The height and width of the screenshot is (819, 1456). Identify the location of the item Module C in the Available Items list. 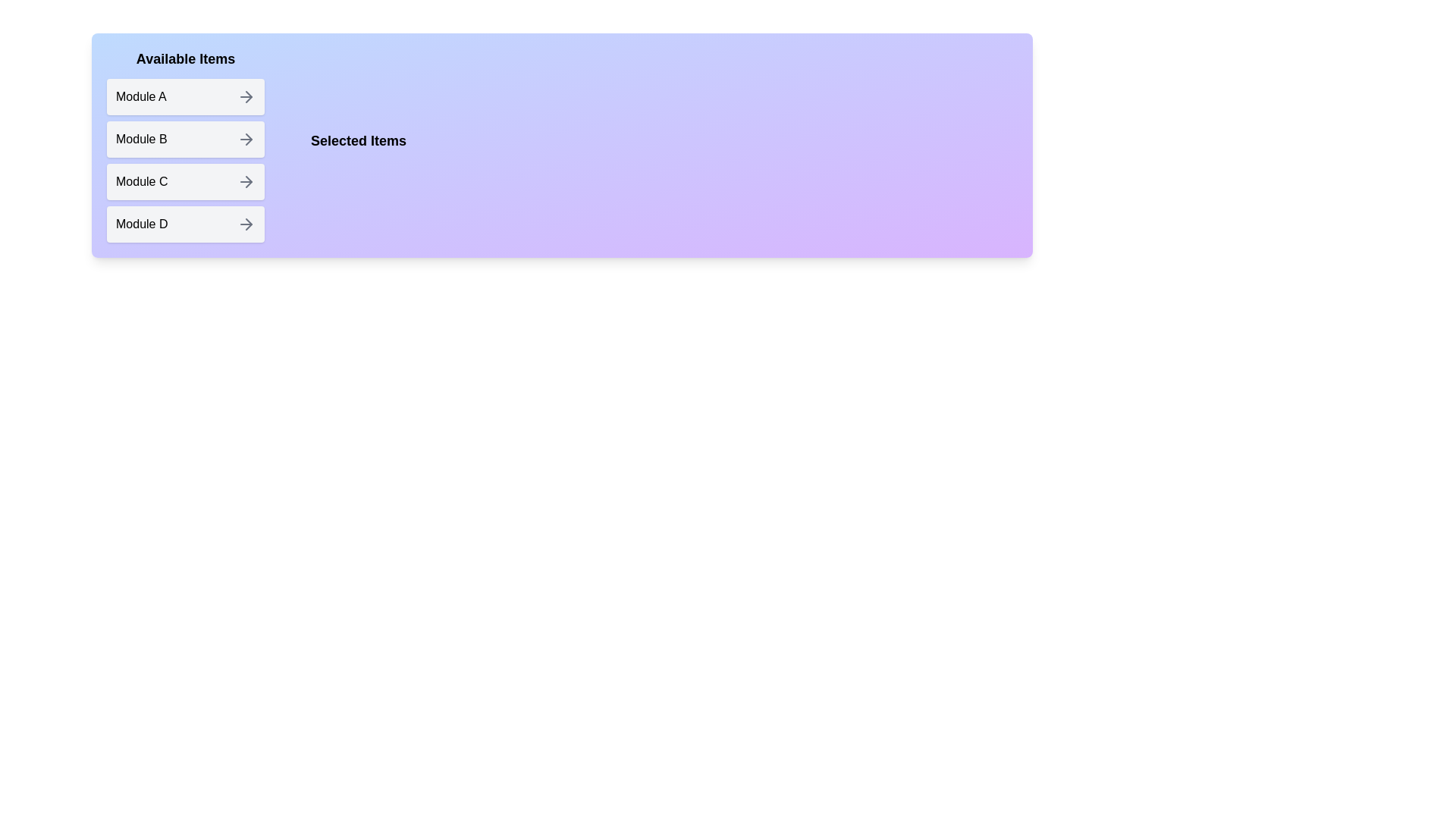
(184, 180).